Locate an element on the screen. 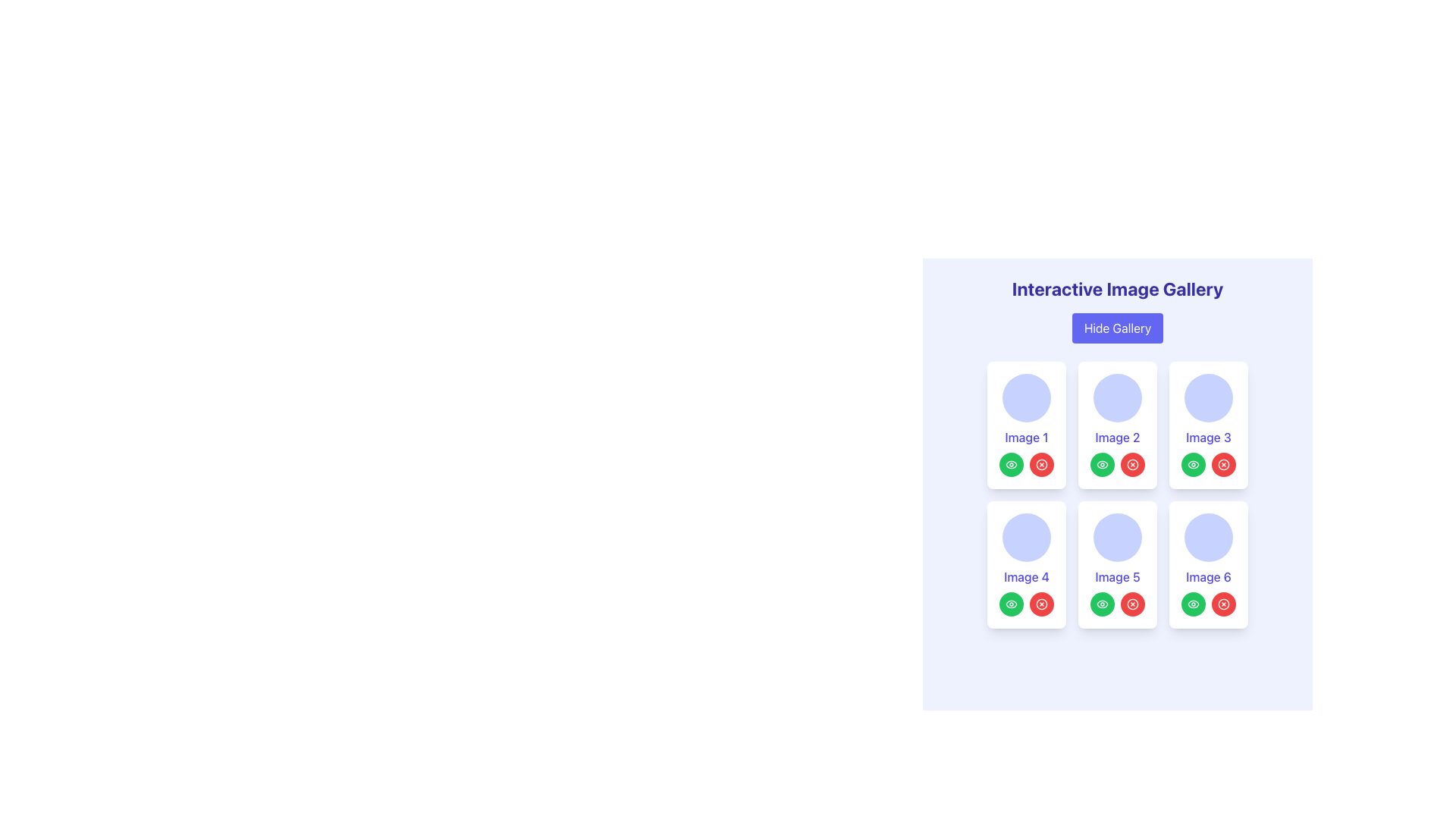  keyboard navigation is located at coordinates (1026, 464).